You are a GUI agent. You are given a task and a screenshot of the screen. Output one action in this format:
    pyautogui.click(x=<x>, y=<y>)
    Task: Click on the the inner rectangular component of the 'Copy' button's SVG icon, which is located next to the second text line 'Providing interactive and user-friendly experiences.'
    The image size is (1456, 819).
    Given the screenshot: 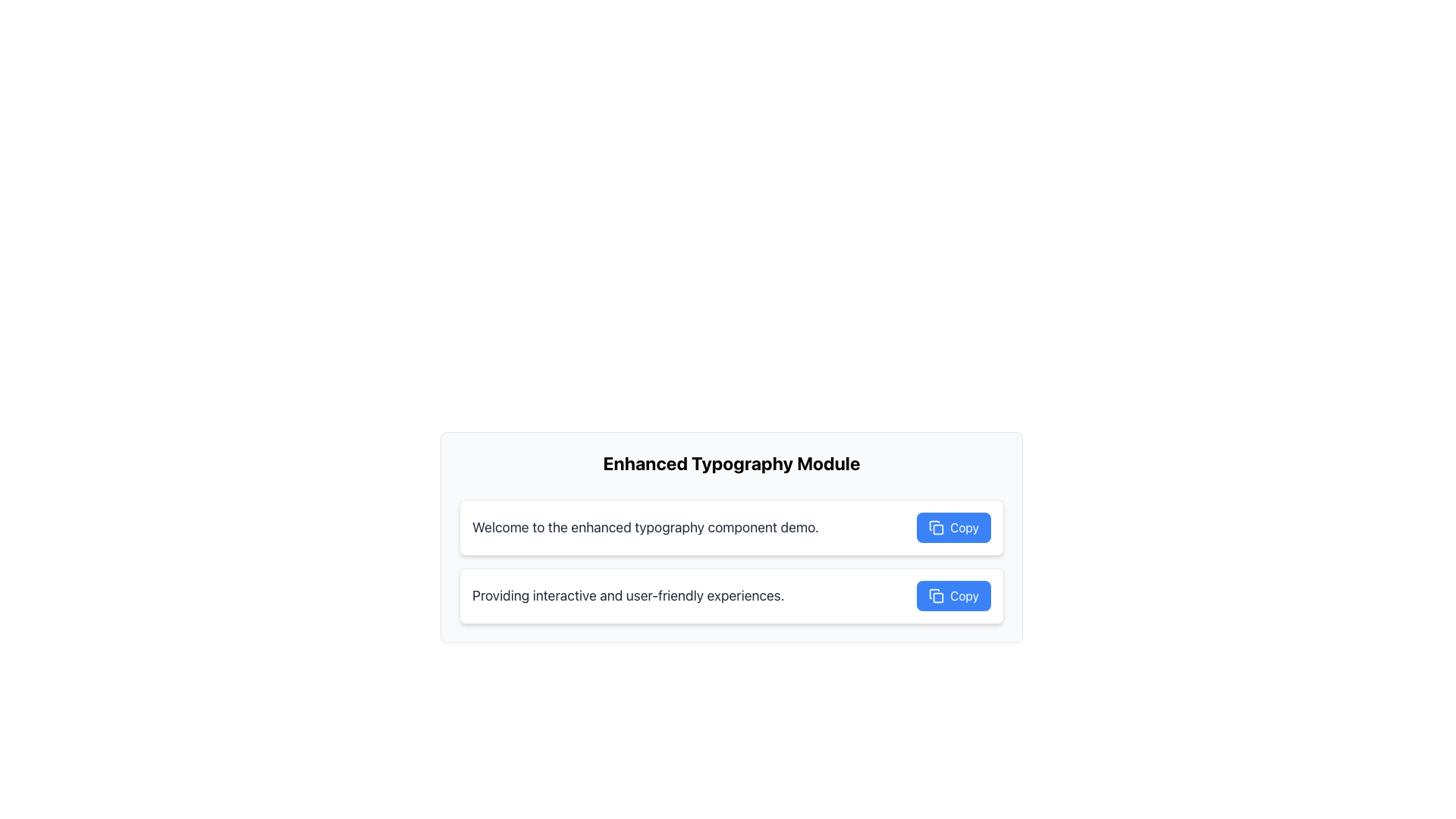 What is the action you would take?
    pyautogui.click(x=937, y=597)
    